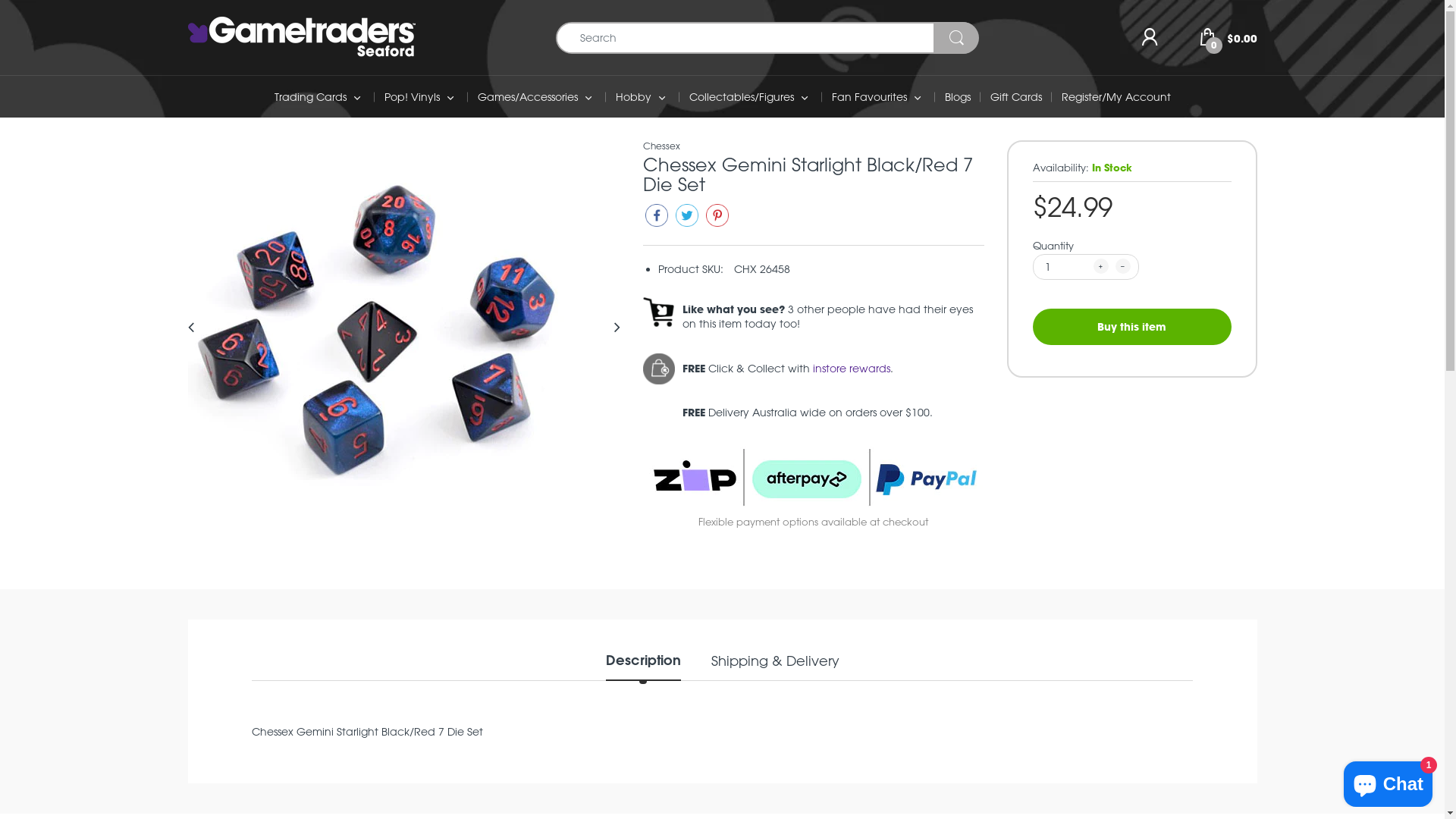  What do you see at coordinates (852, 368) in the screenshot?
I see `'instore rewards'` at bounding box center [852, 368].